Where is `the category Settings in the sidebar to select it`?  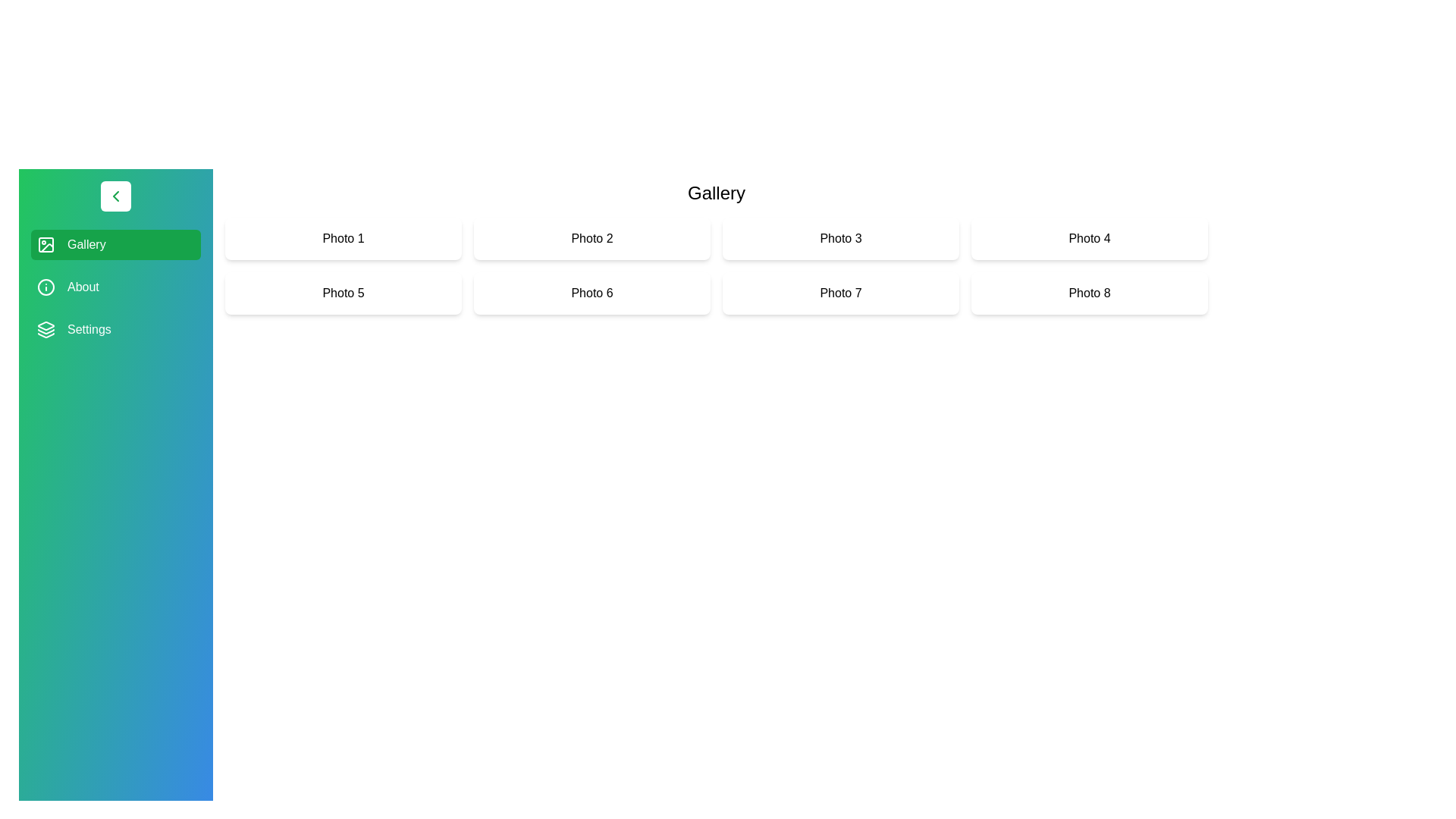
the category Settings in the sidebar to select it is located at coordinates (115, 329).